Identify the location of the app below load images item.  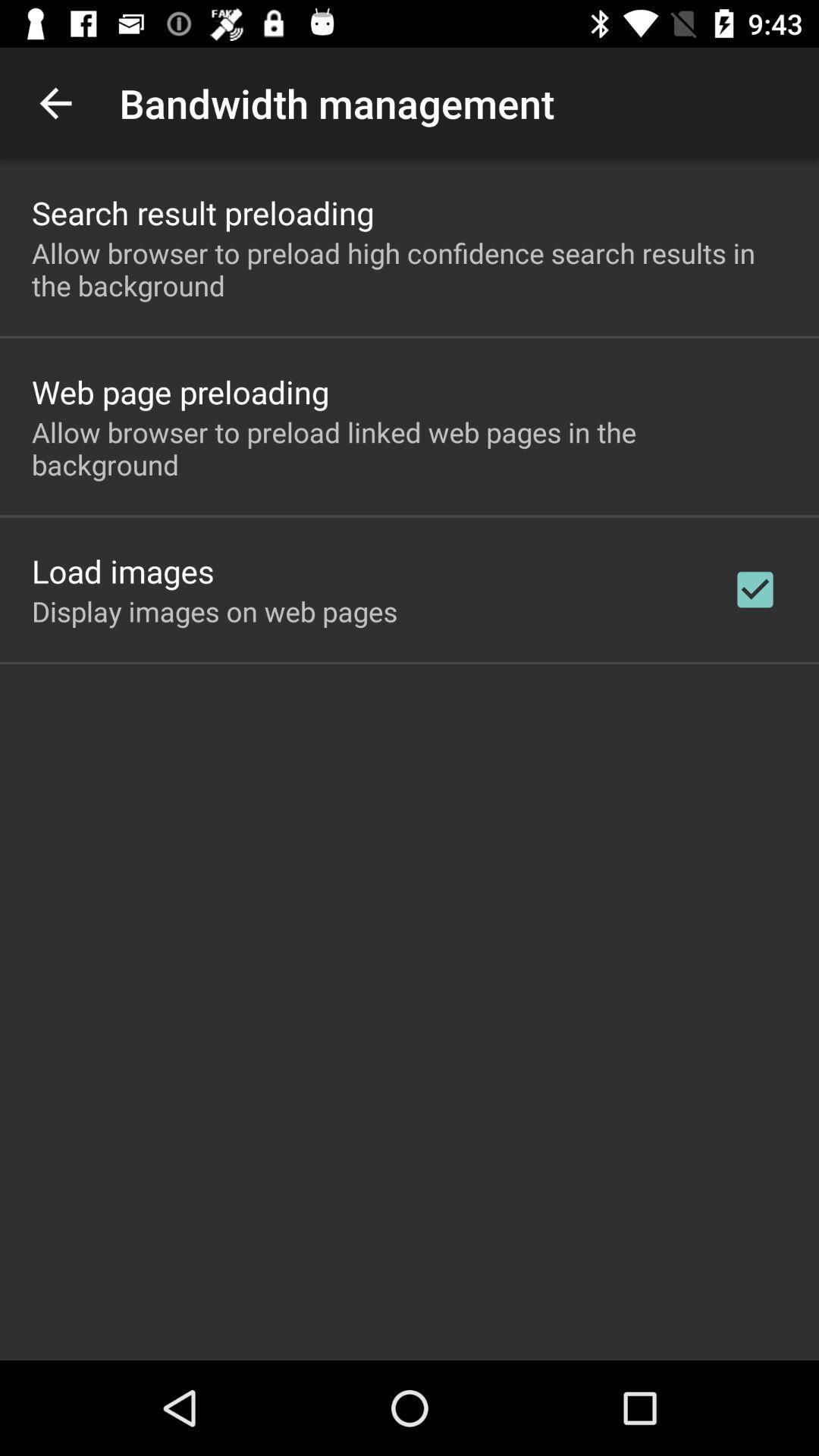
(215, 611).